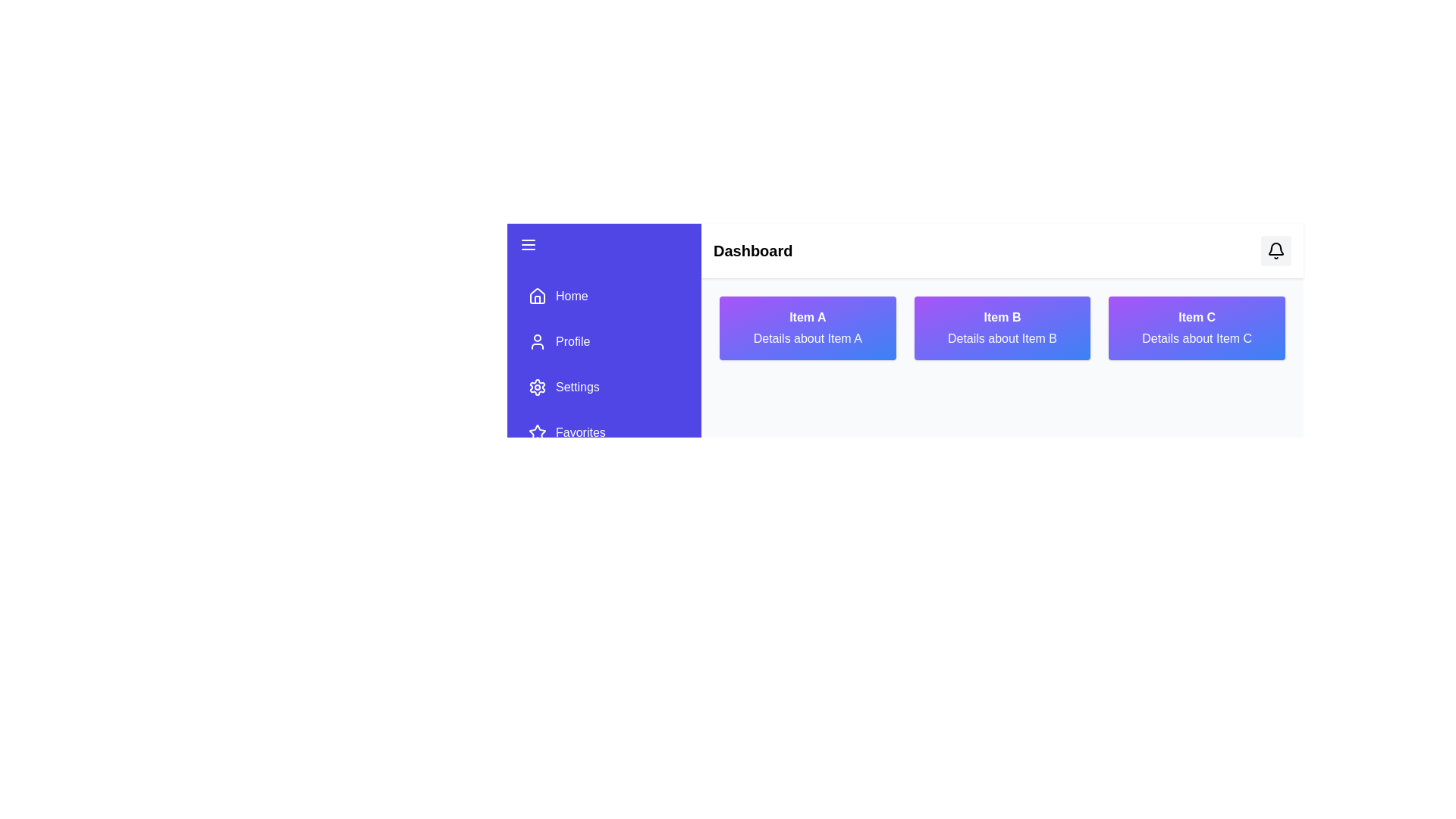 This screenshot has width=1456, height=819. What do you see at coordinates (1196, 338) in the screenshot?
I see `the static text label displaying 'Details about Item C' located in the bottom part of the card titled 'Item C' to read the text` at bounding box center [1196, 338].